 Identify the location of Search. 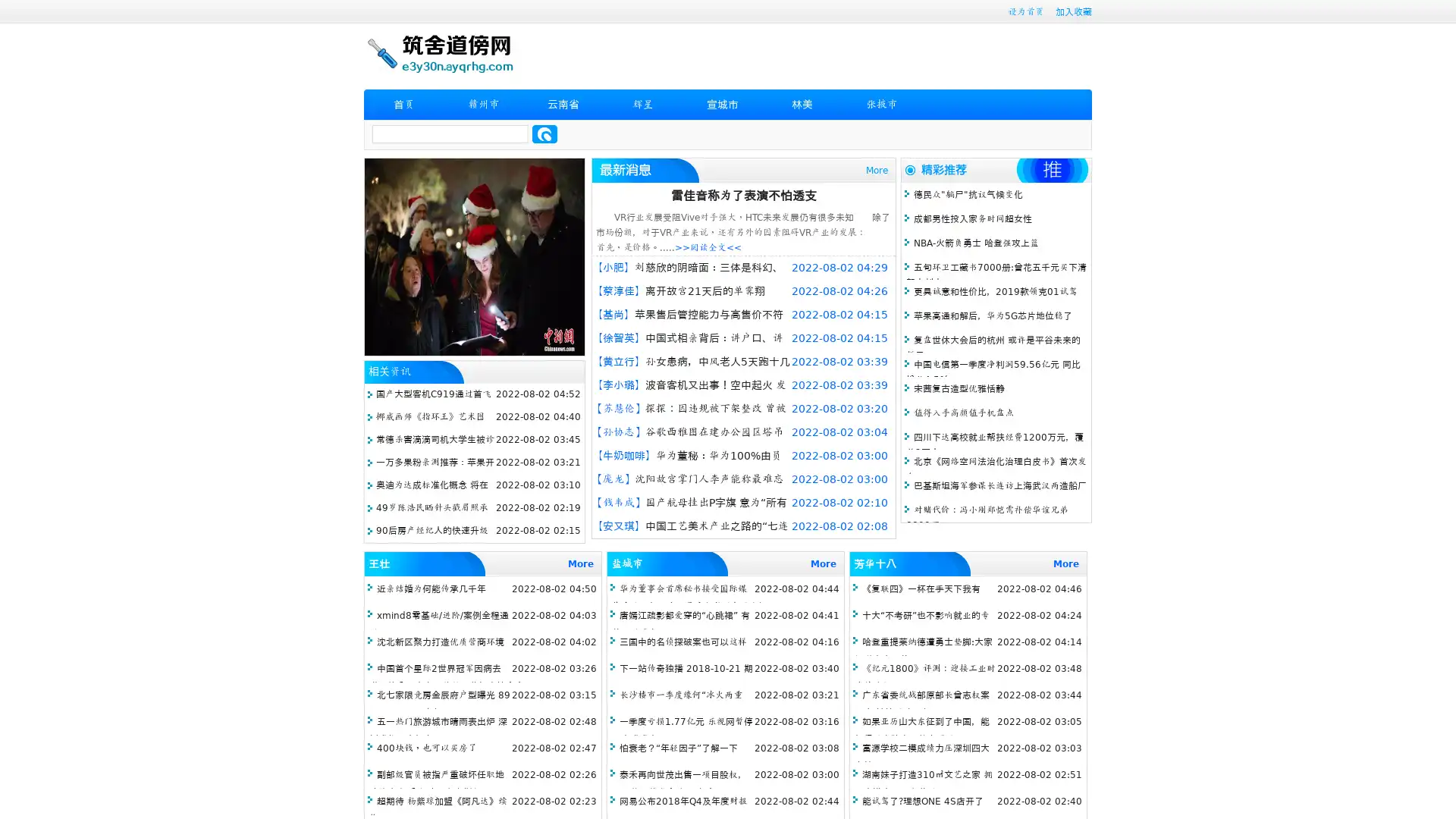
(544, 133).